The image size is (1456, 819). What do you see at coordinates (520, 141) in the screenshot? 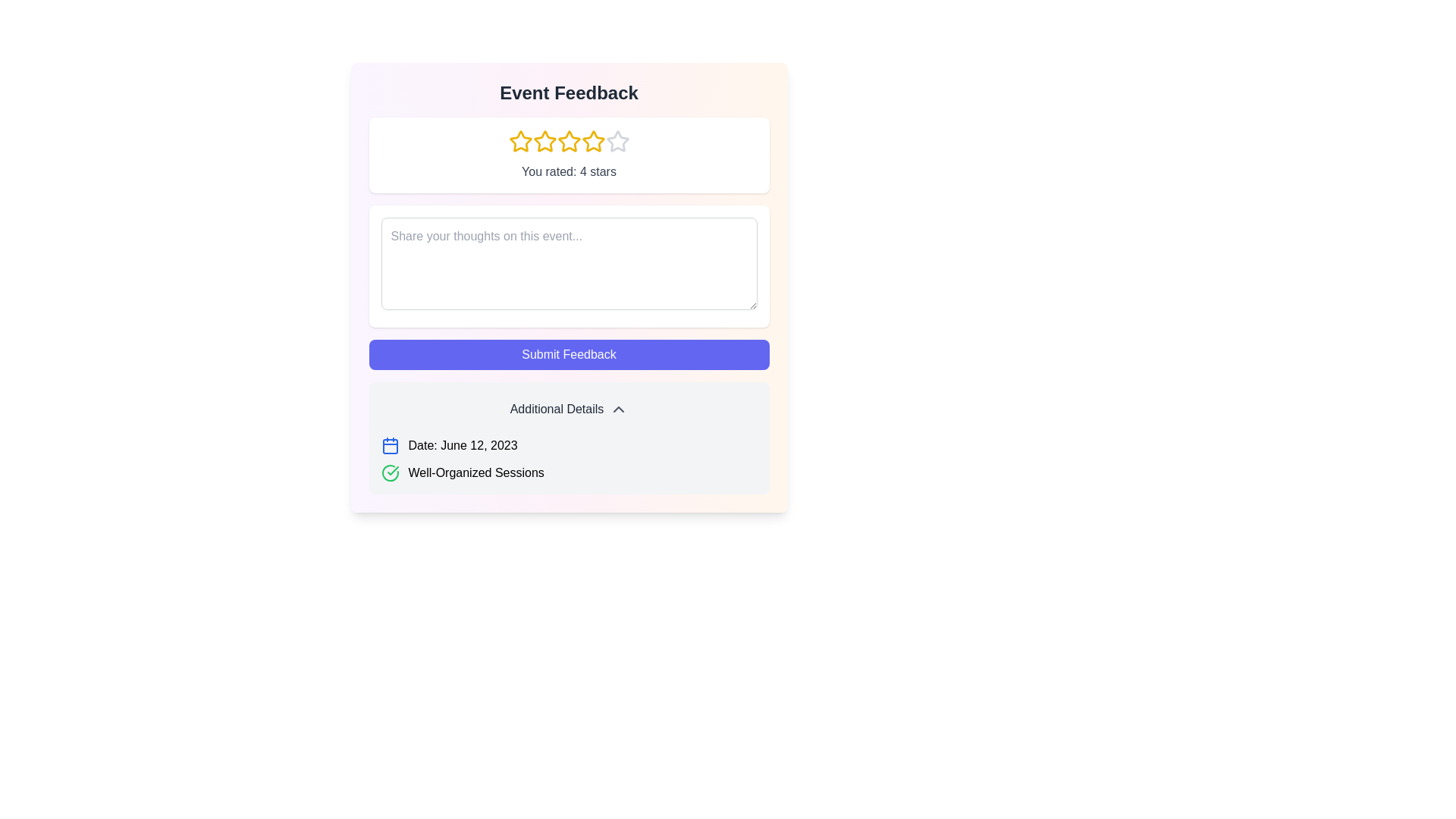
I see `the first bright yellow star icon to rate the event one star, located below the 'Event Feedback' heading` at bounding box center [520, 141].